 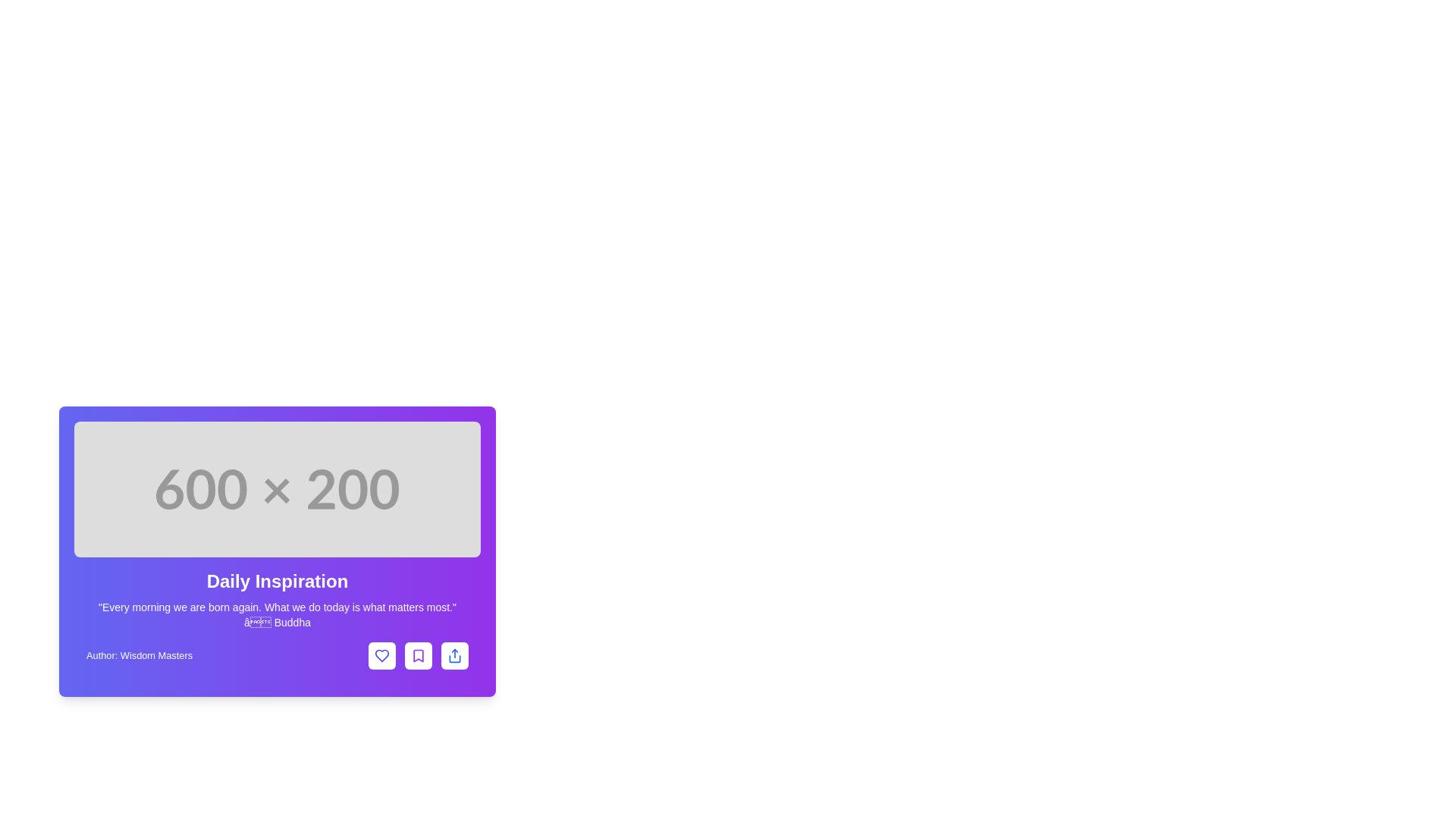 What do you see at coordinates (454, 654) in the screenshot?
I see `the share button icon, which is an outlined blue arrow pointing upwards located in the bottom-right corner of the purple card` at bounding box center [454, 654].